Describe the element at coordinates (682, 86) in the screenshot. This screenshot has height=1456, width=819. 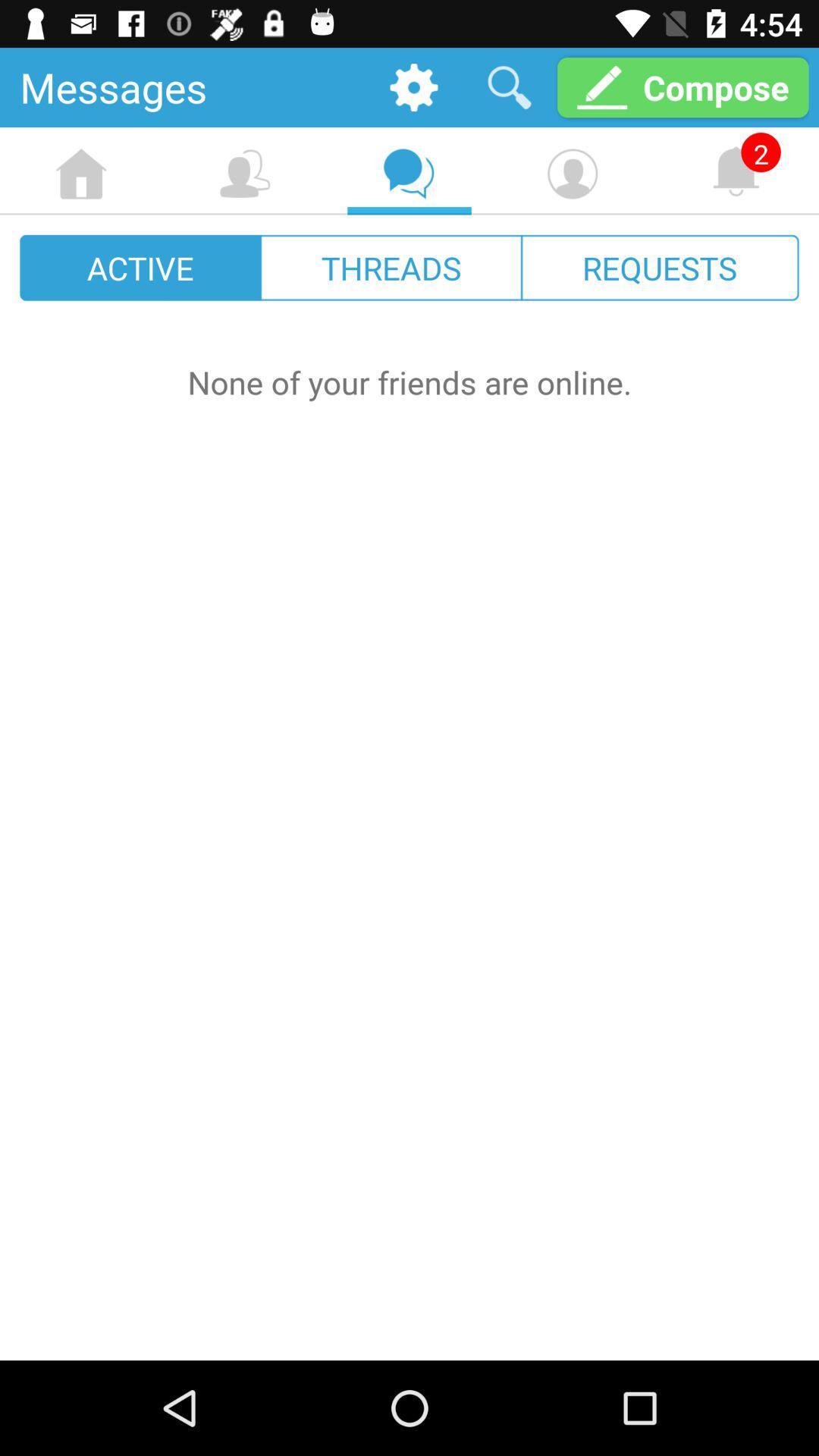
I see `the compose item` at that location.